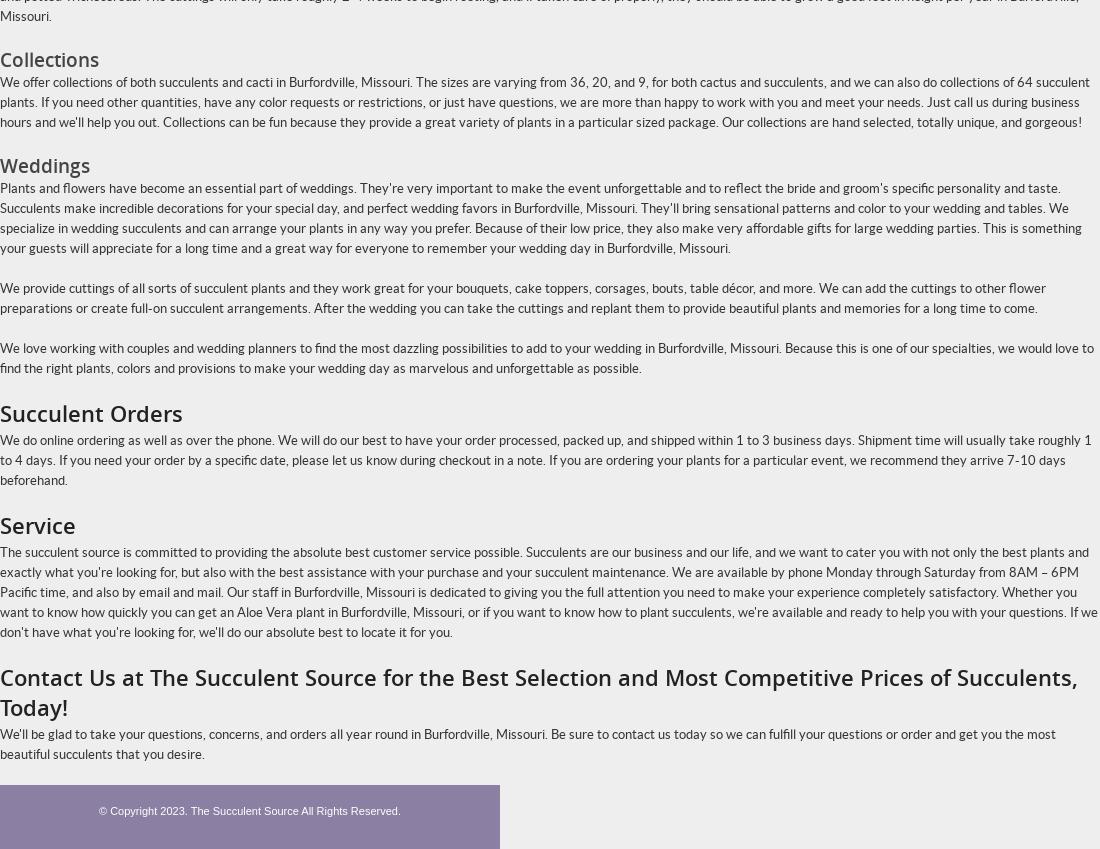 Image resolution: width=1100 pixels, height=849 pixels. I want to click on 'Contact Us at The Succulent Source for the Best Selection and Most Competitive Prices of Succulents, Today!', so click(539, 692).